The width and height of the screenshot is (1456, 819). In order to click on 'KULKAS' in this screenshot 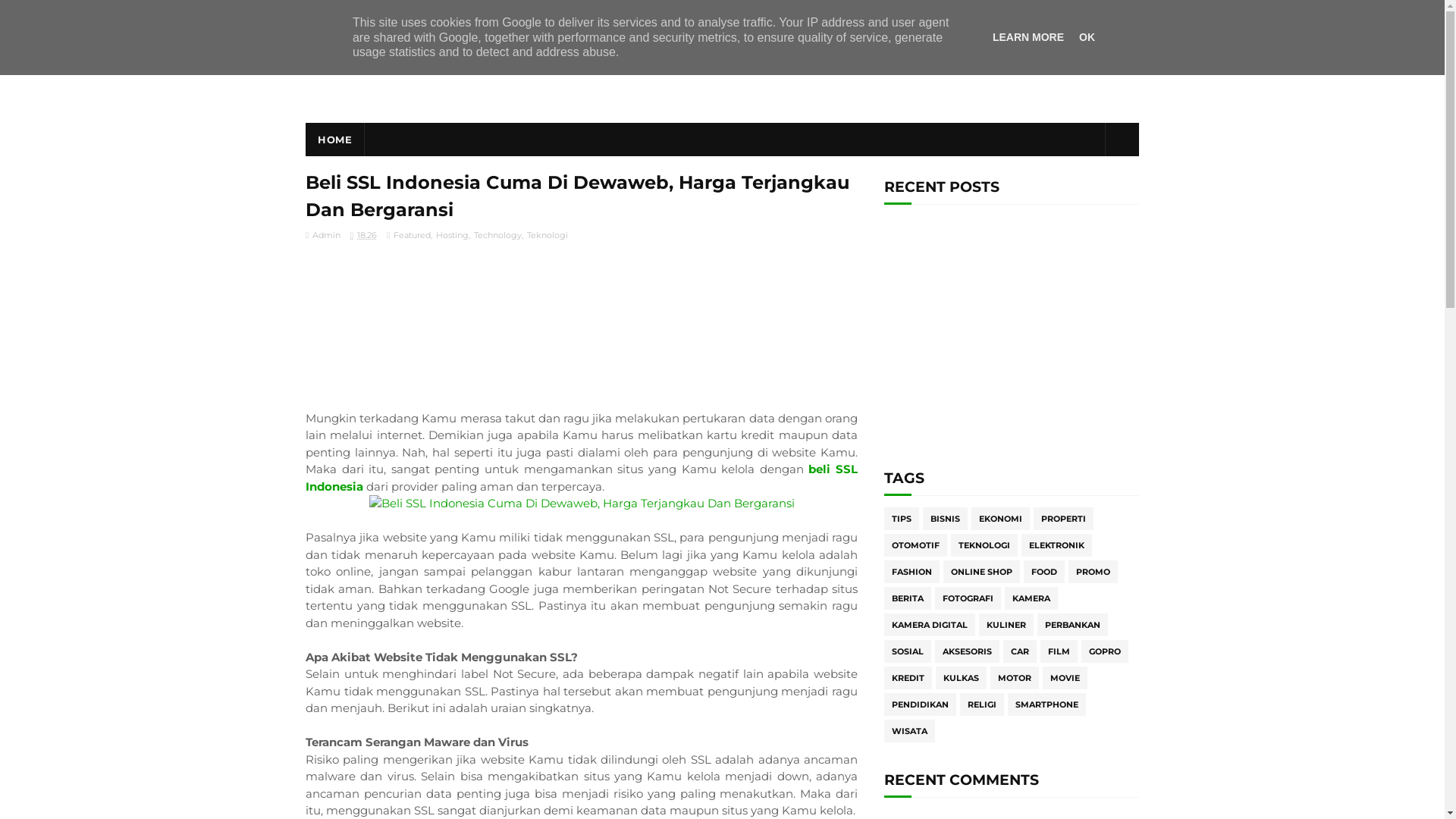, I will do `click(960, 677)`.